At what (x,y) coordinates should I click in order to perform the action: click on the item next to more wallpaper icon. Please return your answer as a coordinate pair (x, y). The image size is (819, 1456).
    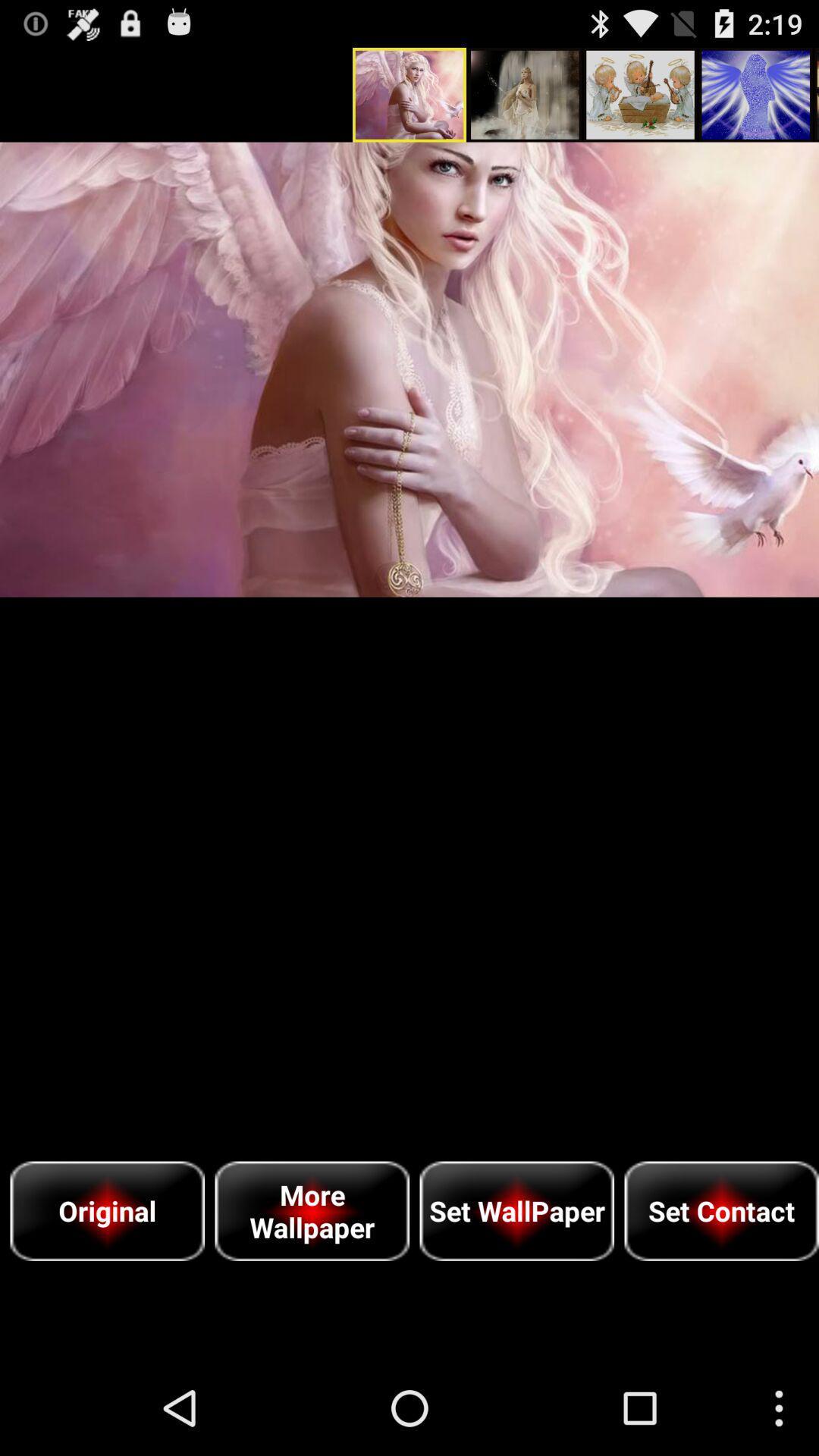
    Looking at the image, I should click on (516, 1210).